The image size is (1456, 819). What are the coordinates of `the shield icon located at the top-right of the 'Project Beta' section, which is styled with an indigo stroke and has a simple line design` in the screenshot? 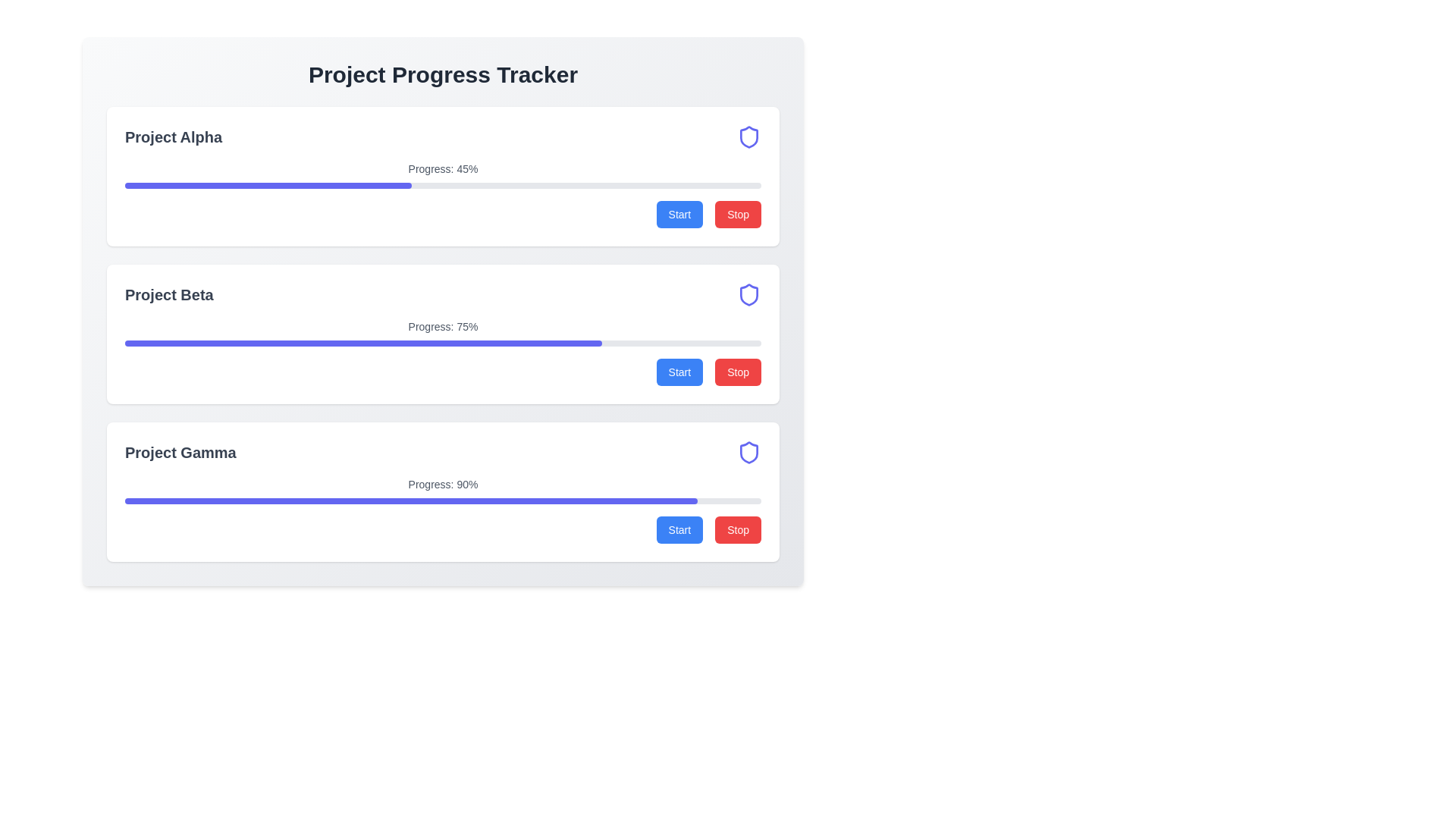 It's located at (749, 295).